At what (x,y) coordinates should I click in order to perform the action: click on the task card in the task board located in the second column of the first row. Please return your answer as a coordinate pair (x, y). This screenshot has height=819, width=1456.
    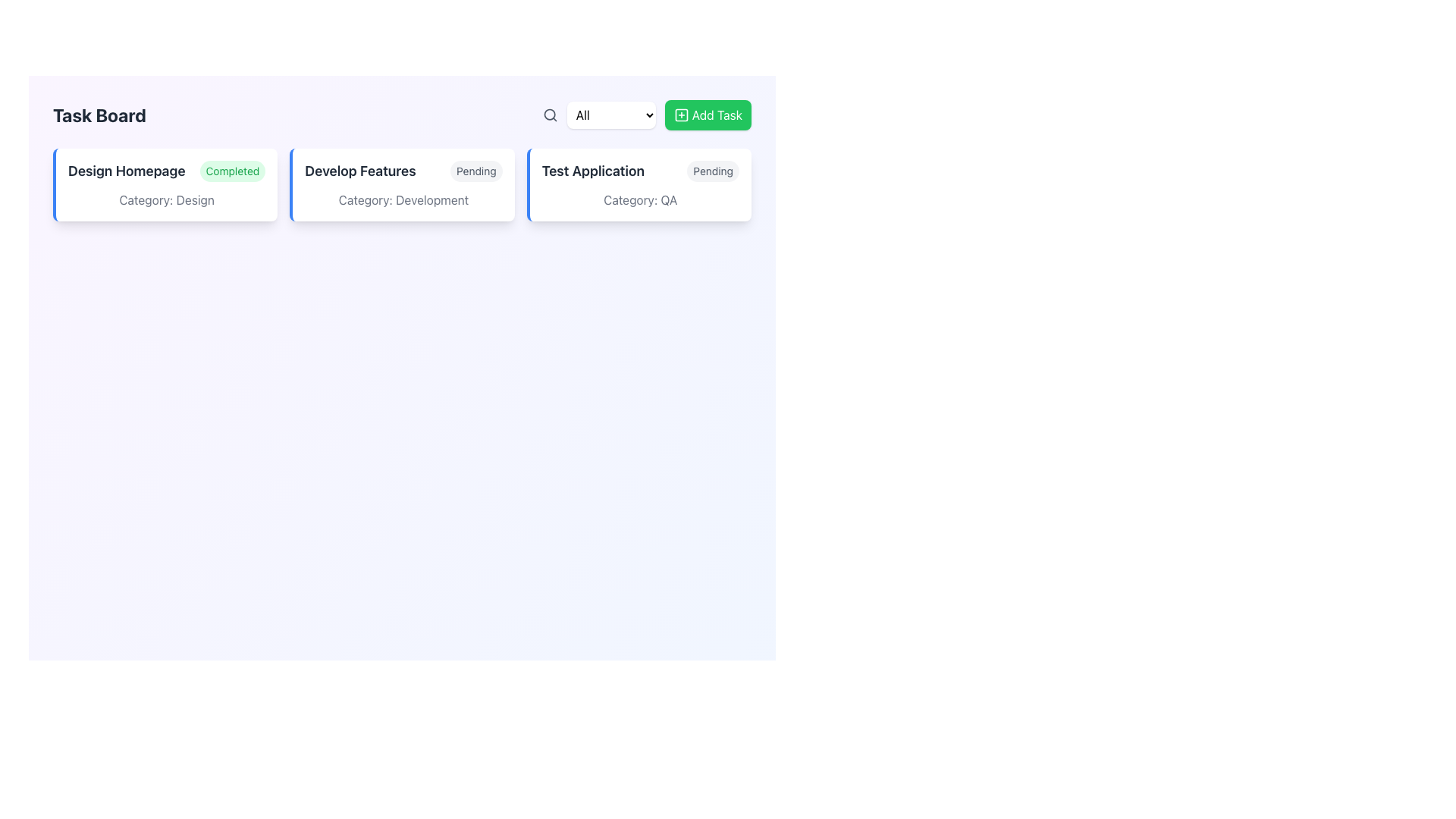
    Looking at the image, I should click on (402, 184).